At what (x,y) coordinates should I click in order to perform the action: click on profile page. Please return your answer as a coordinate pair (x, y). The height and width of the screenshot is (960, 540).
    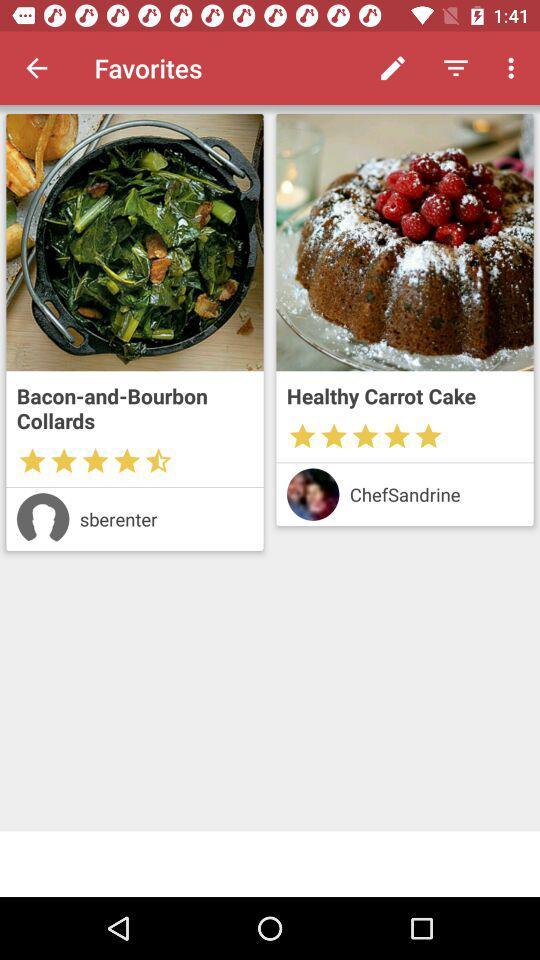
    Looking at the image, I should click on (313, 493).